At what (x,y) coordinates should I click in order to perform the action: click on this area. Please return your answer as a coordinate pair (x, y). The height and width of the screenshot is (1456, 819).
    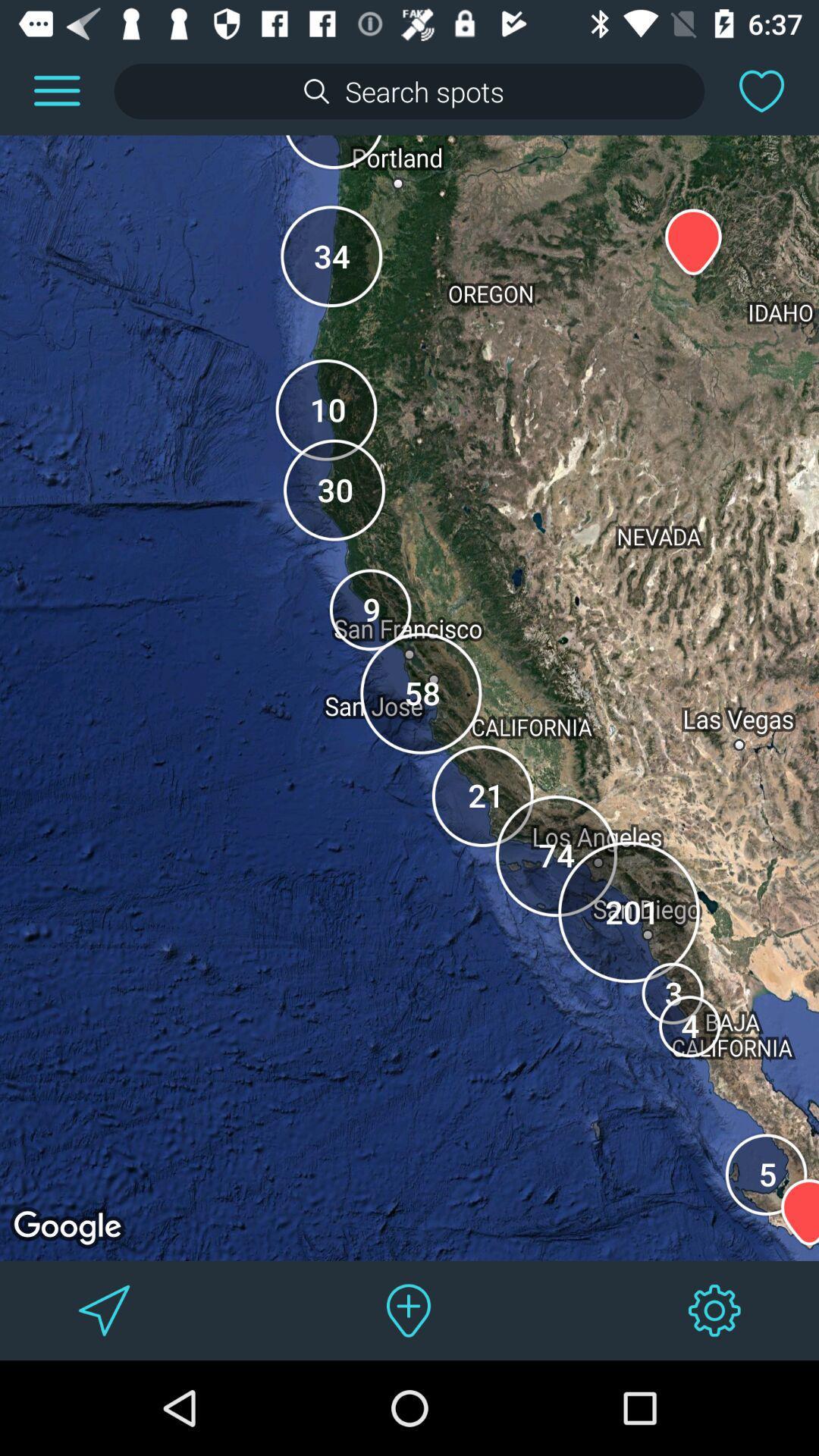
    Looking at the image, I should click on (761, 90).